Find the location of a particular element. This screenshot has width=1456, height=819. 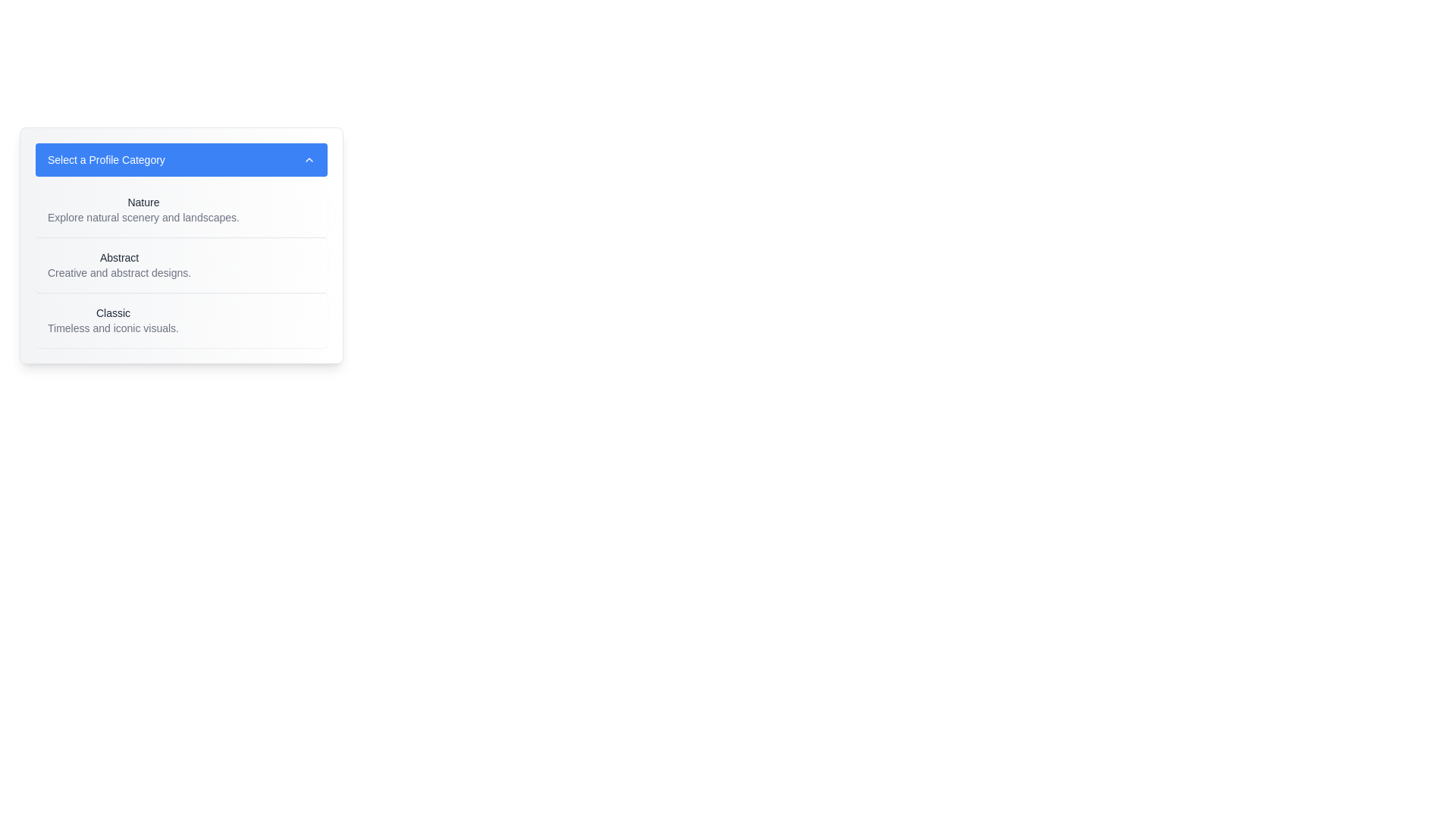

the text block reading 'Creative and abstract designs.' which is located below the heading 'Abstract' in the 'Abstract' category section is located at coordinates (118, 271).